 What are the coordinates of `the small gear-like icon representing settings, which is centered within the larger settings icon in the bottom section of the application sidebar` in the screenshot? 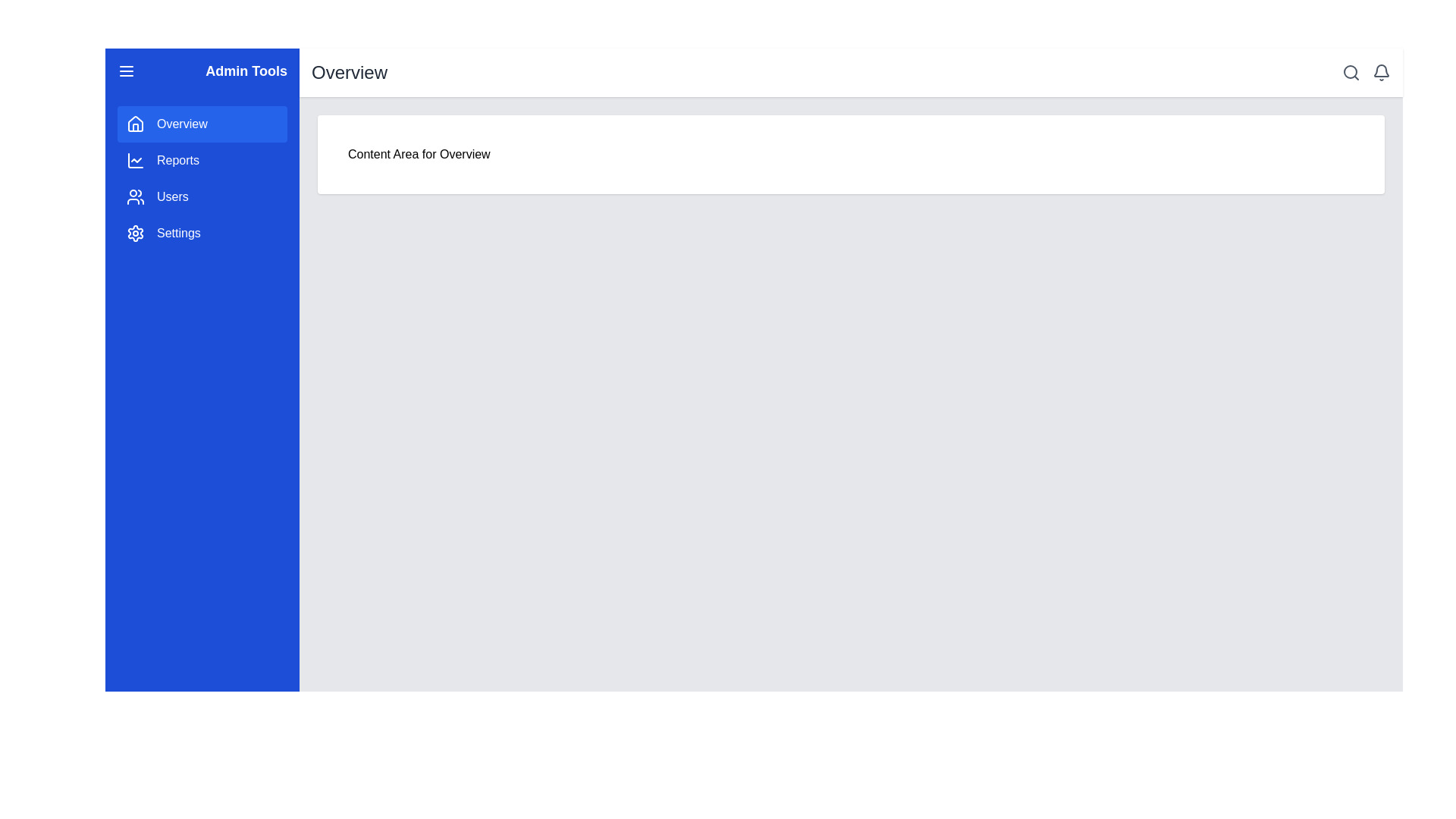 It's located at (135, 234).